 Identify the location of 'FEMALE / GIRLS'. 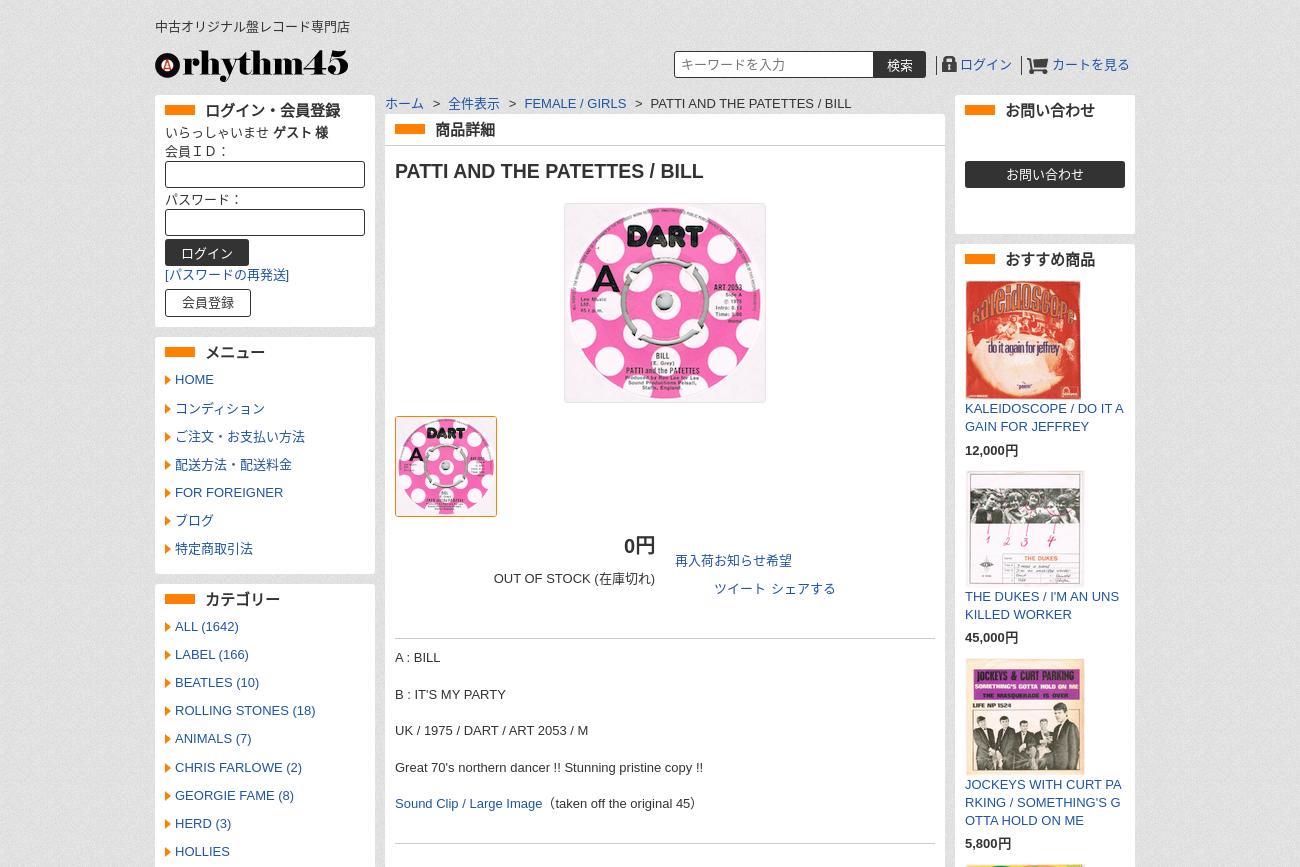
(573, 103).